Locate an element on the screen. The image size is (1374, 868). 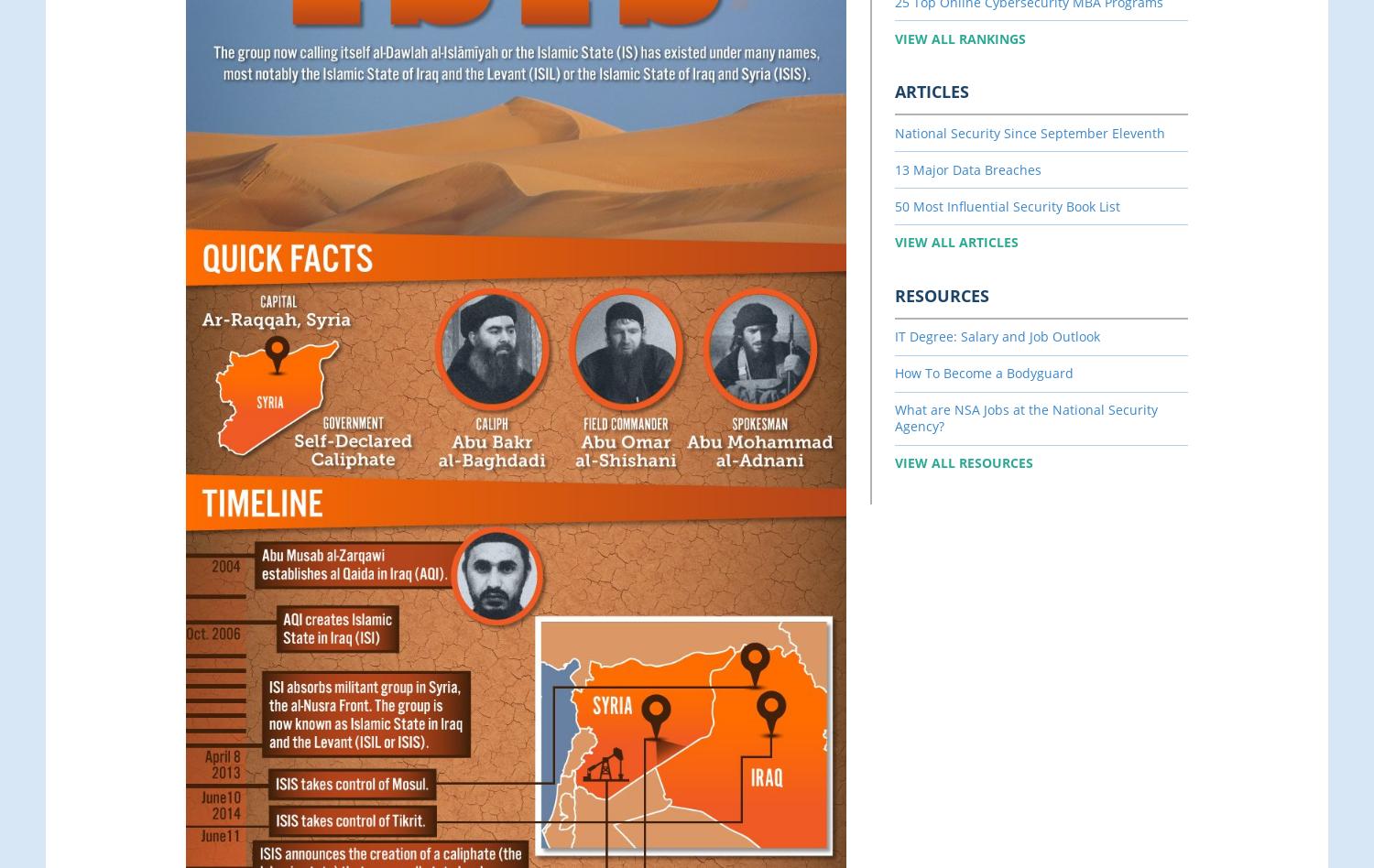
'National Security Since September Eleventh' is located at coordinates (1029, 131).